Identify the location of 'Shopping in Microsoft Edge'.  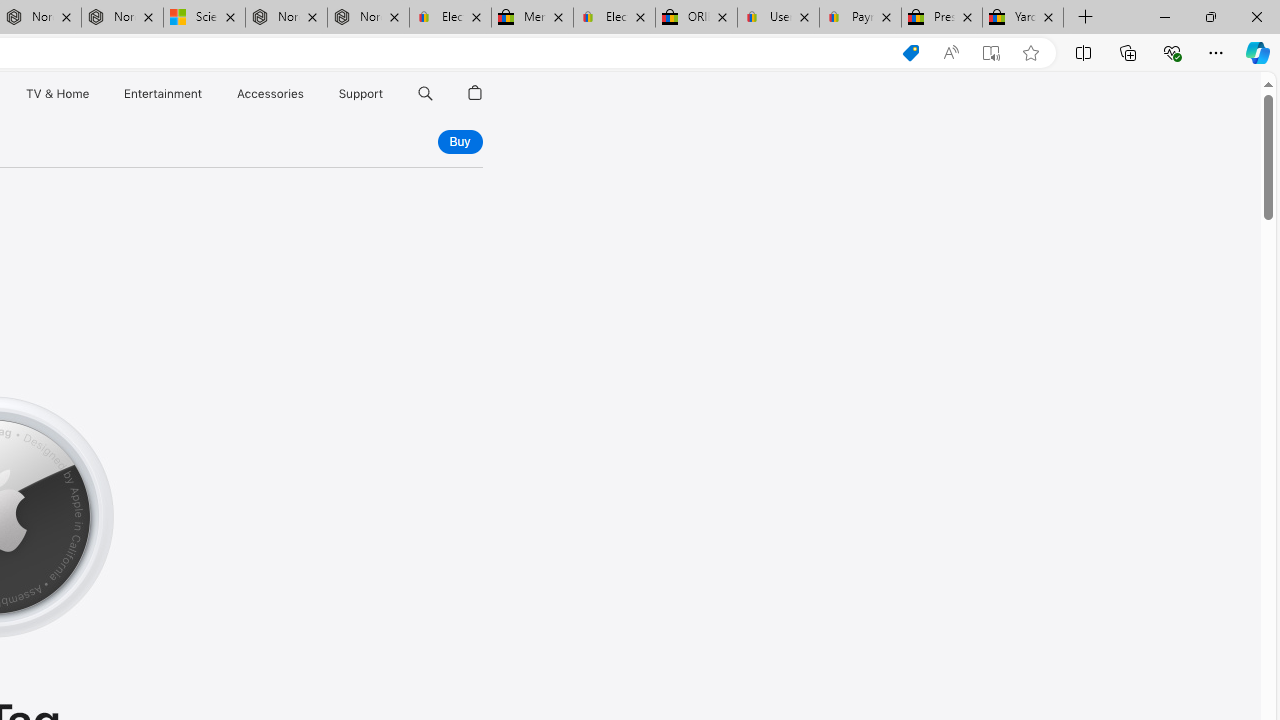
(909, 52).